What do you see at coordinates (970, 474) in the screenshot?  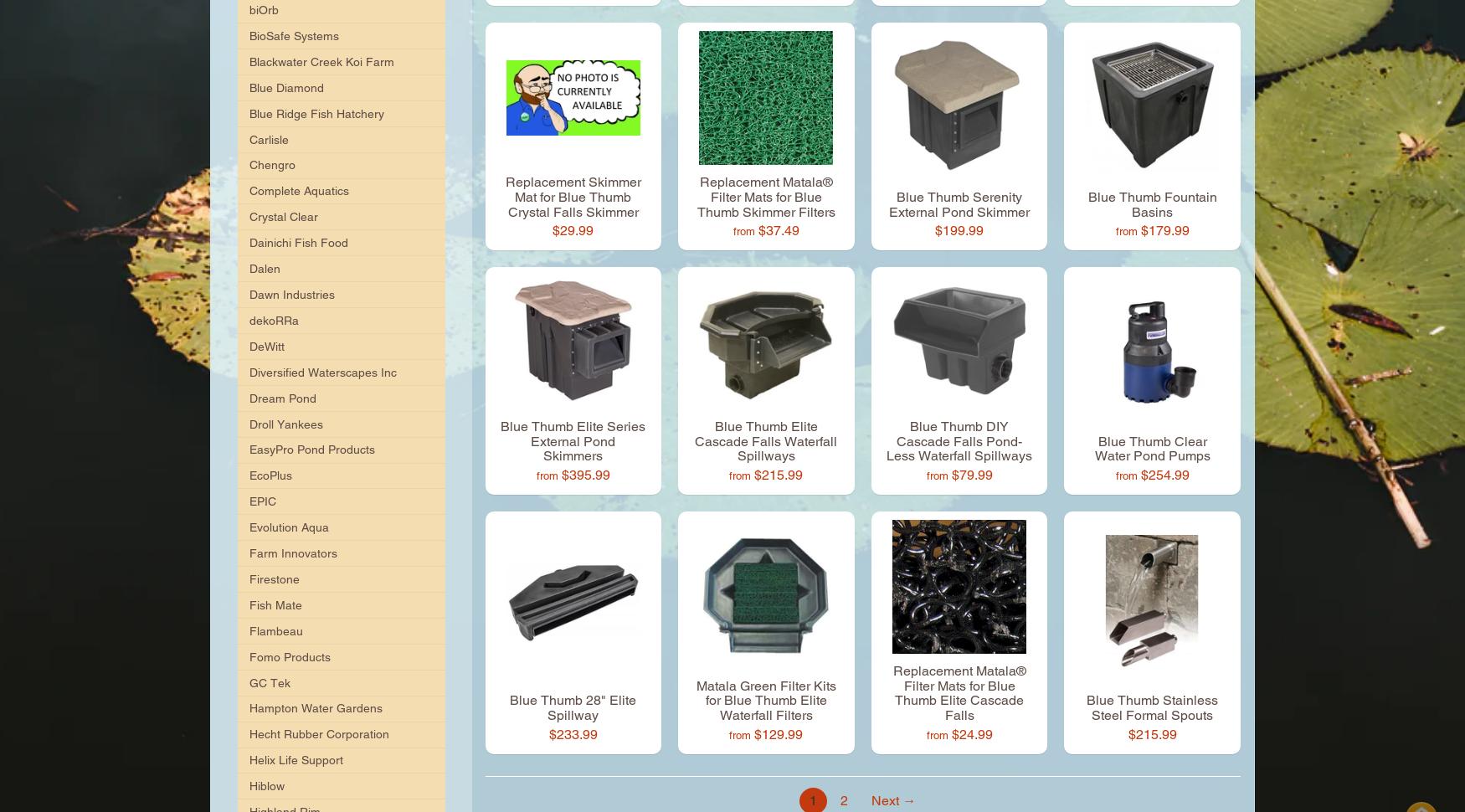 I see `'$79.99'` at bounding box center [970, 474].